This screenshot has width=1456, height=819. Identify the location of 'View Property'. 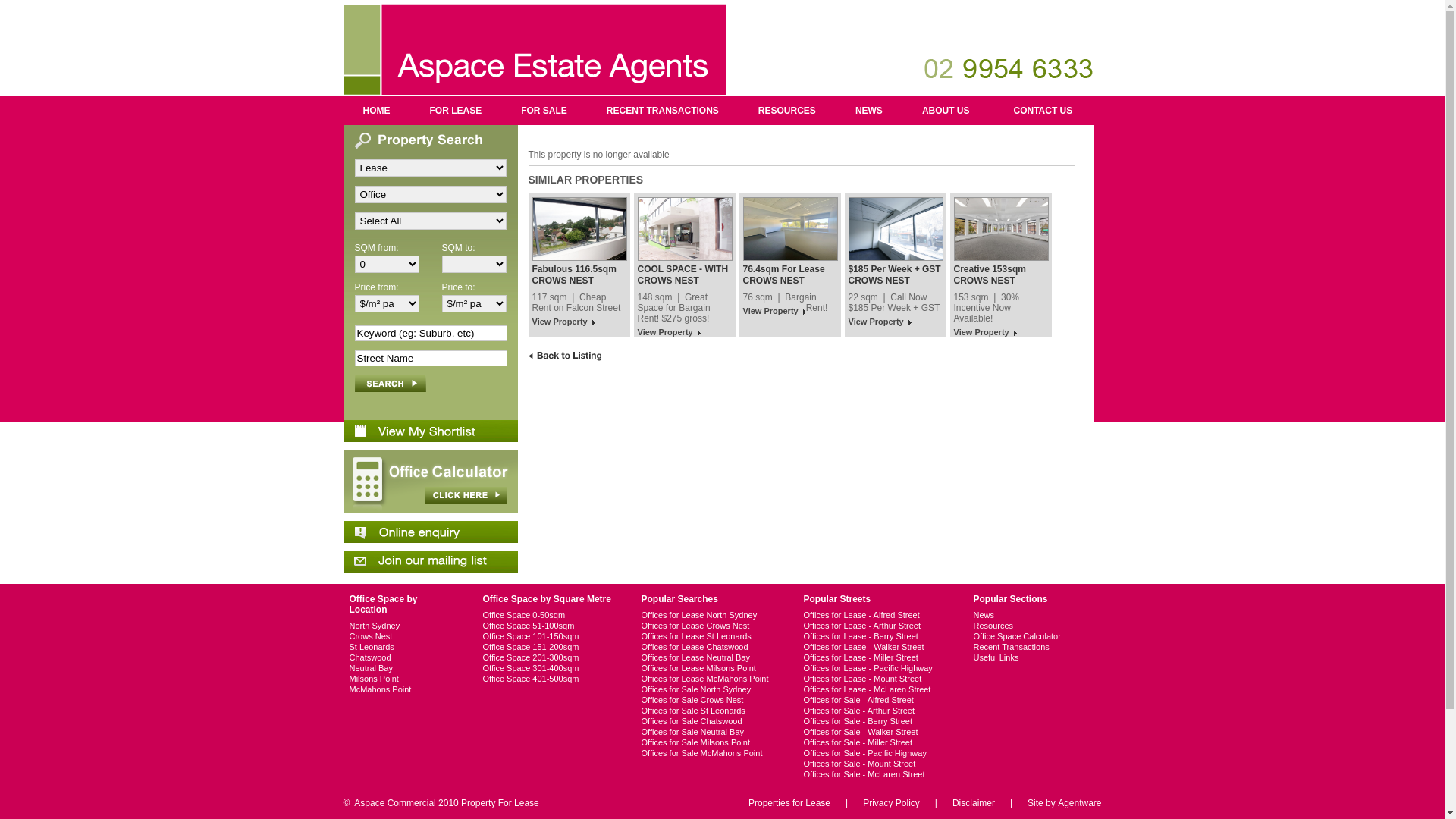
(563, 322).